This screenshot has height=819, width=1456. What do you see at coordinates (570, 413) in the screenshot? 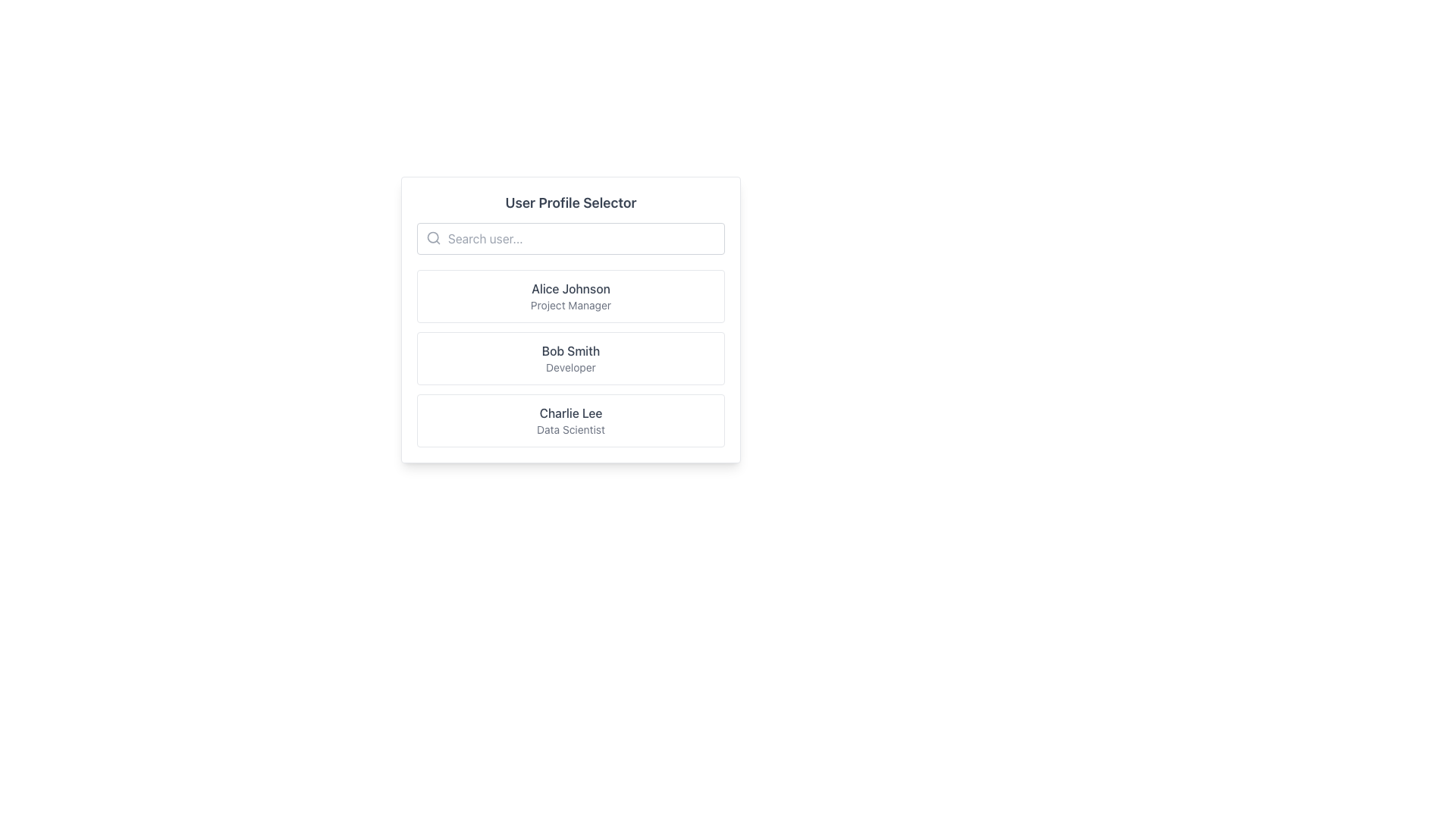
I see `the 'Charlie Lee' text label element, which is prominently displayed in bold, medium gray font within the third card of the user profile selector interface` at bounding box center [570, 413].